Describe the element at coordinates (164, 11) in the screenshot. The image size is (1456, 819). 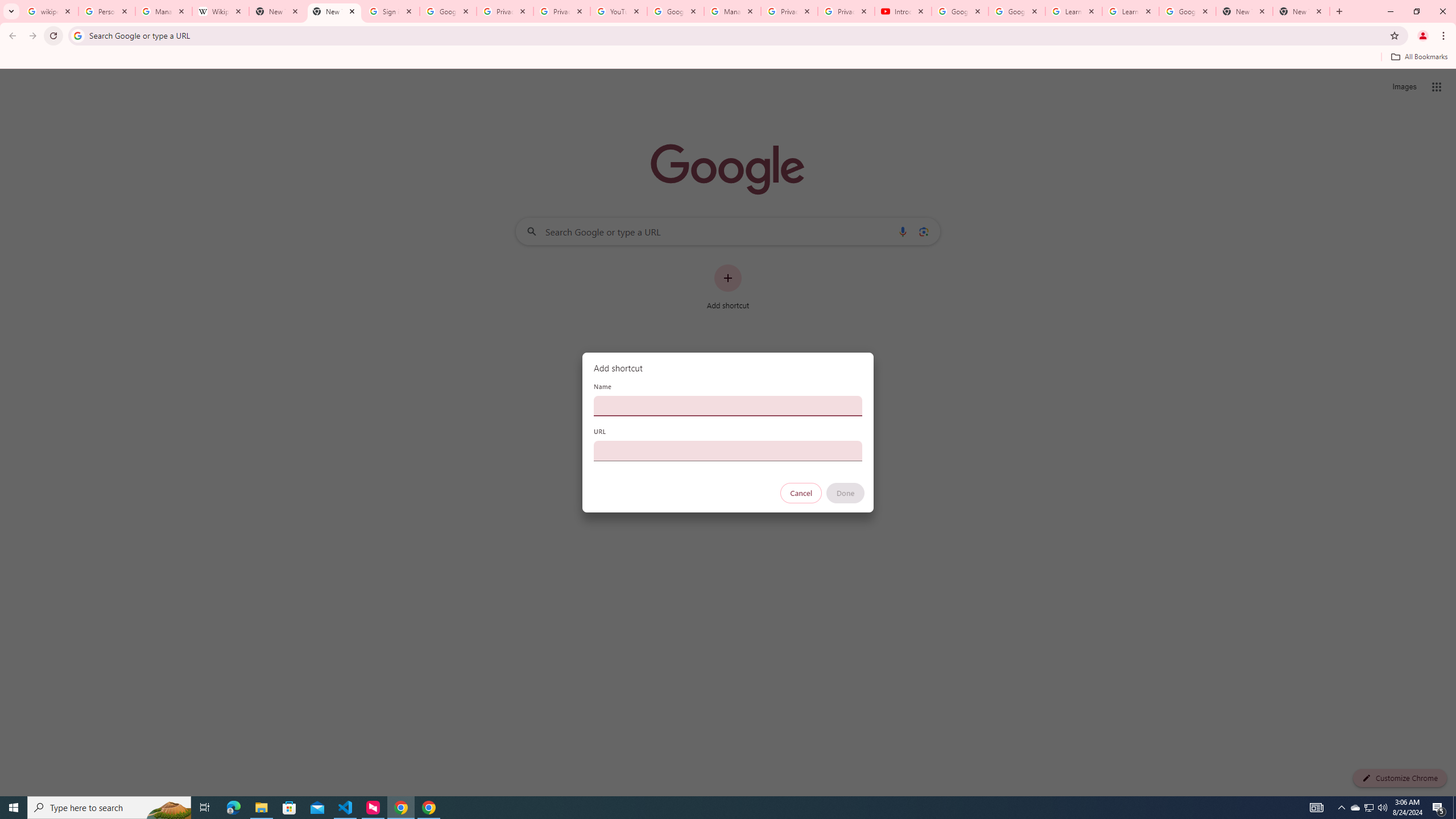
I see `'Manage your Location History - Google Search Help'` at that location.